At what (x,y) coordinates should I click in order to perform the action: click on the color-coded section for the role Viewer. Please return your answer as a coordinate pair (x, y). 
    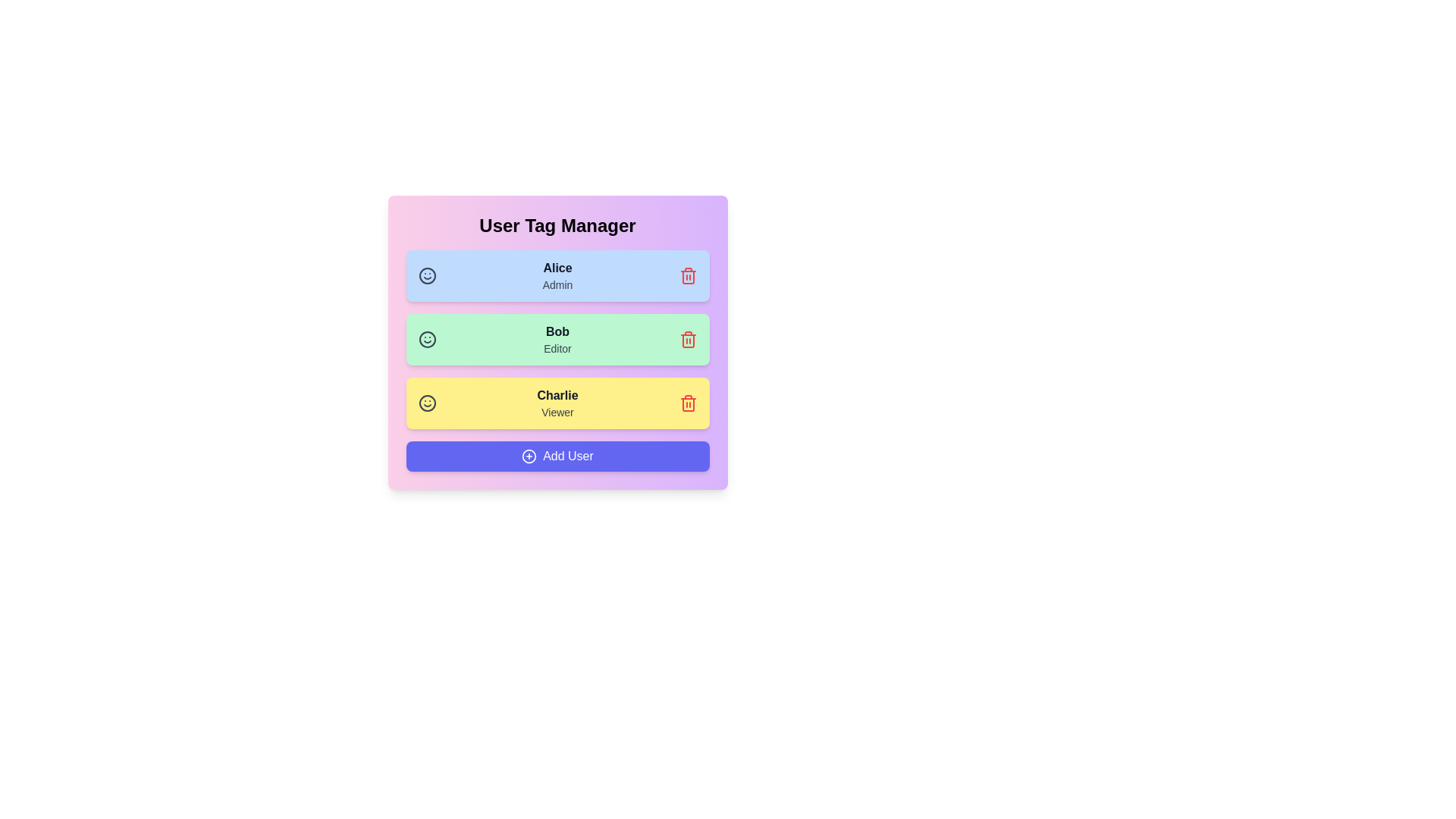
    Looking at the image, I should click on (557, 403).